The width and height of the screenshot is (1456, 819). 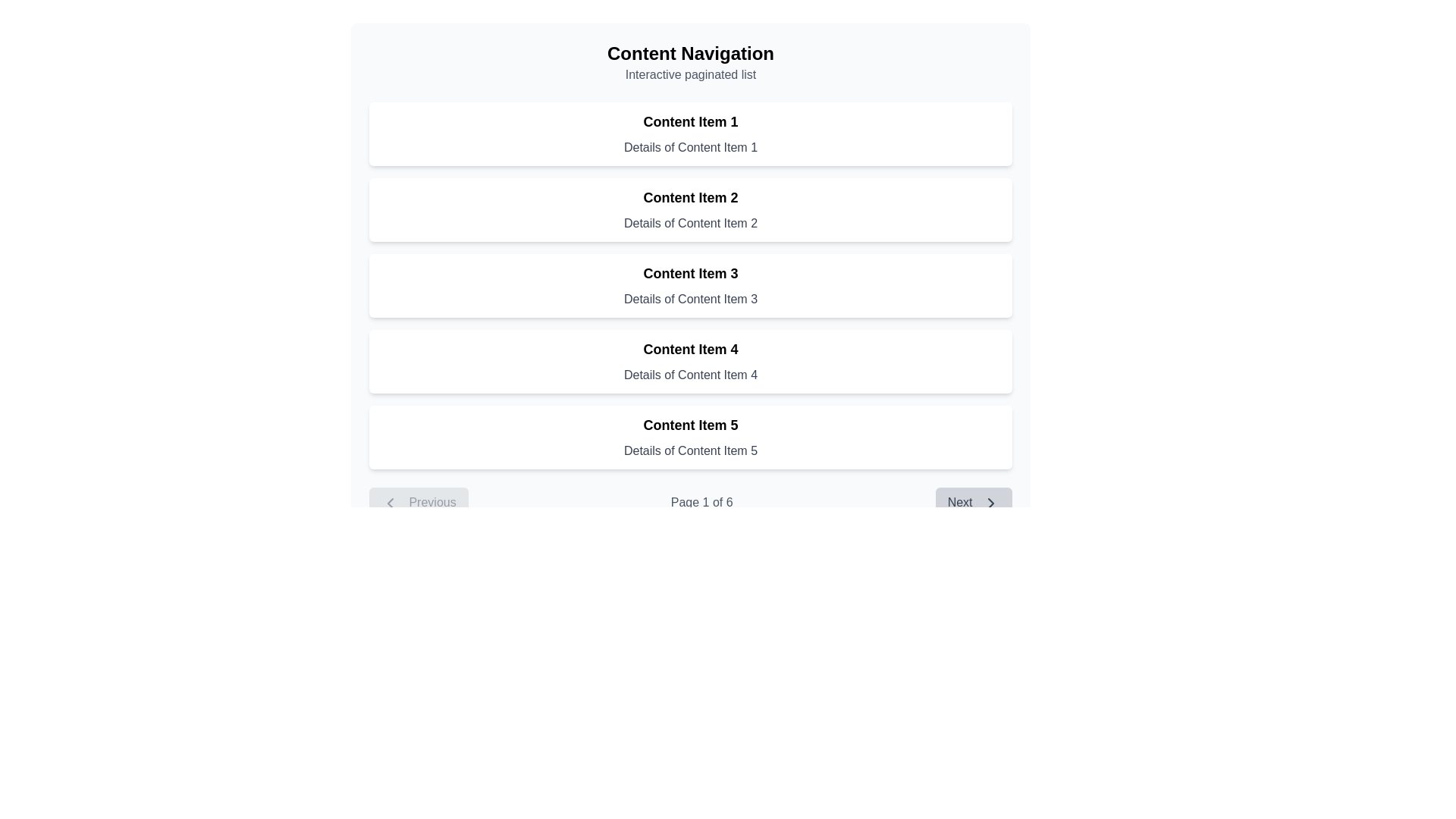 I want to click on the non-interactive text label providing supplementary information about 'Content Item 4', located below its title within a white card-like structure, so click(x=690, y=375).